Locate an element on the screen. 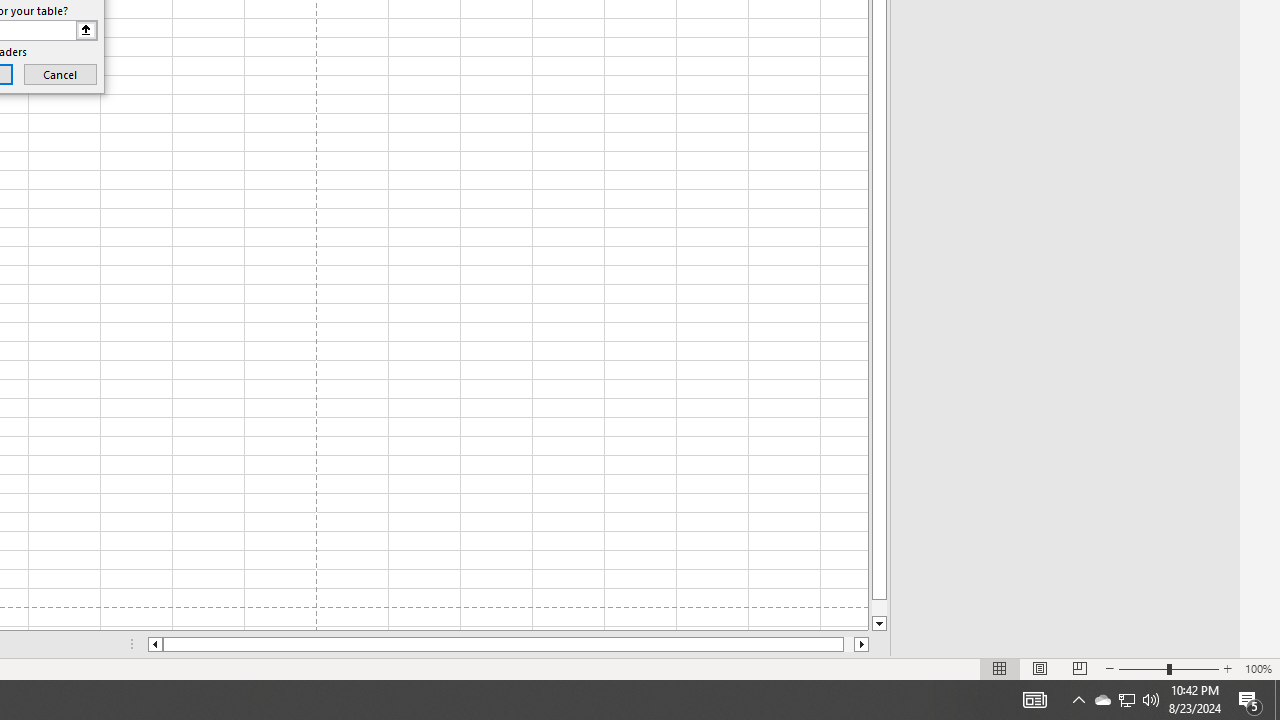  'Line down' is located at coordinates (879, 623).